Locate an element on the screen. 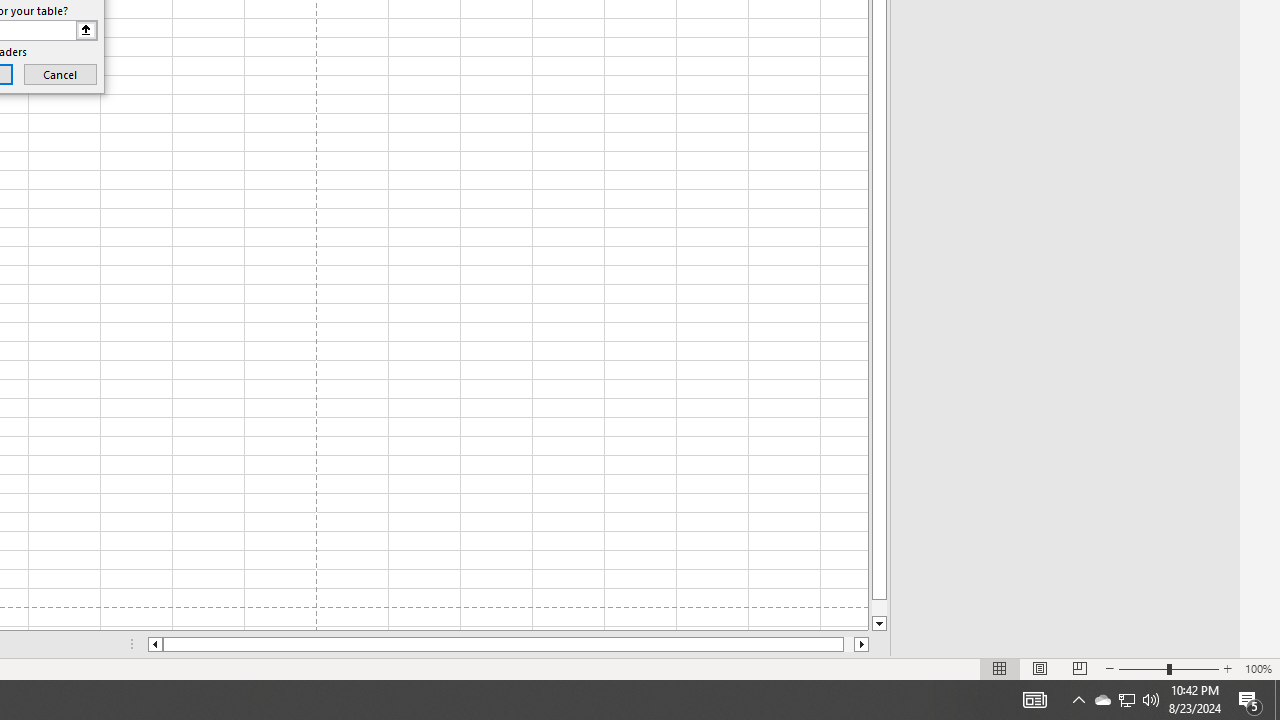  'Line down' is located at coordinates (879, 623).